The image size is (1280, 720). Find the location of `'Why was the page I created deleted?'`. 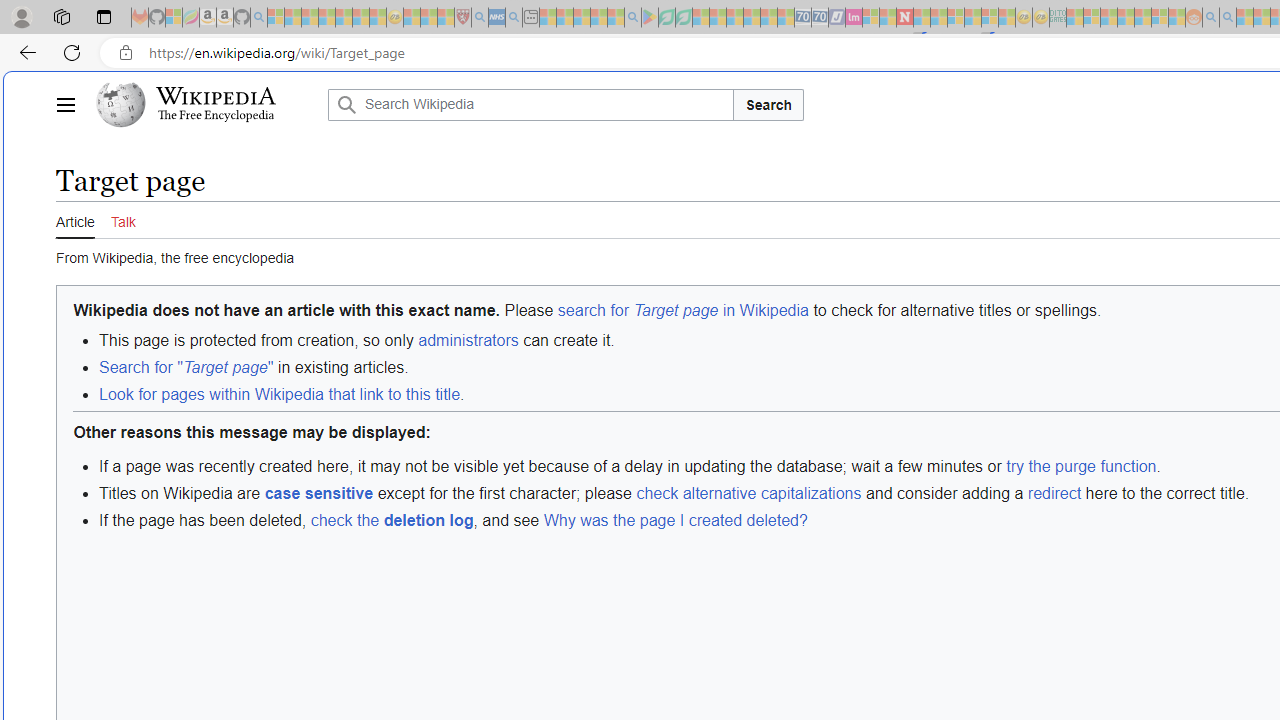

'Why was the page I created deleted?' is located at coordinates (675, 519).